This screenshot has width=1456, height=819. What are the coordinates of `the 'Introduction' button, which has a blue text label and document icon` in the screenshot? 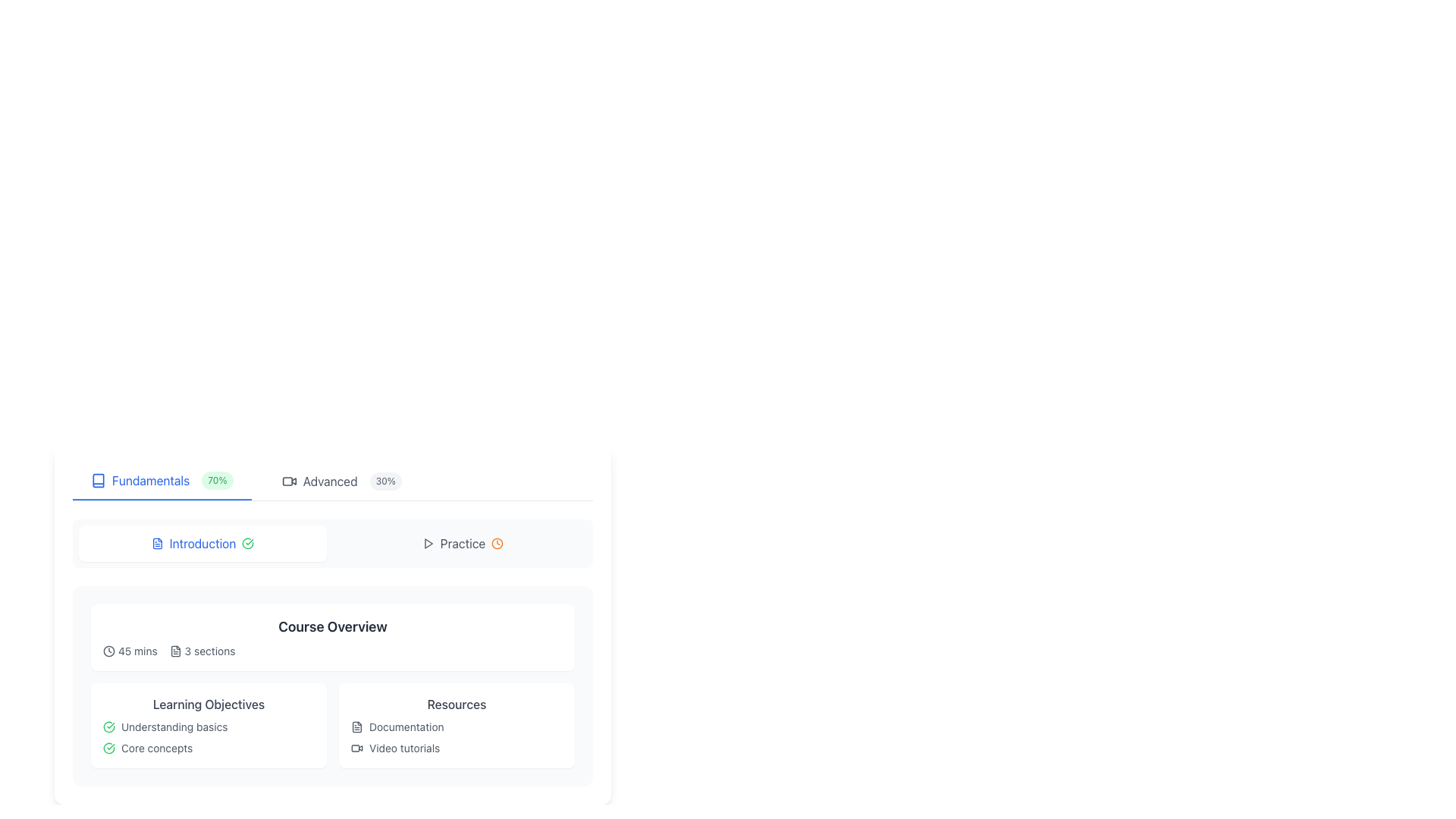 It's located at (202, 543).